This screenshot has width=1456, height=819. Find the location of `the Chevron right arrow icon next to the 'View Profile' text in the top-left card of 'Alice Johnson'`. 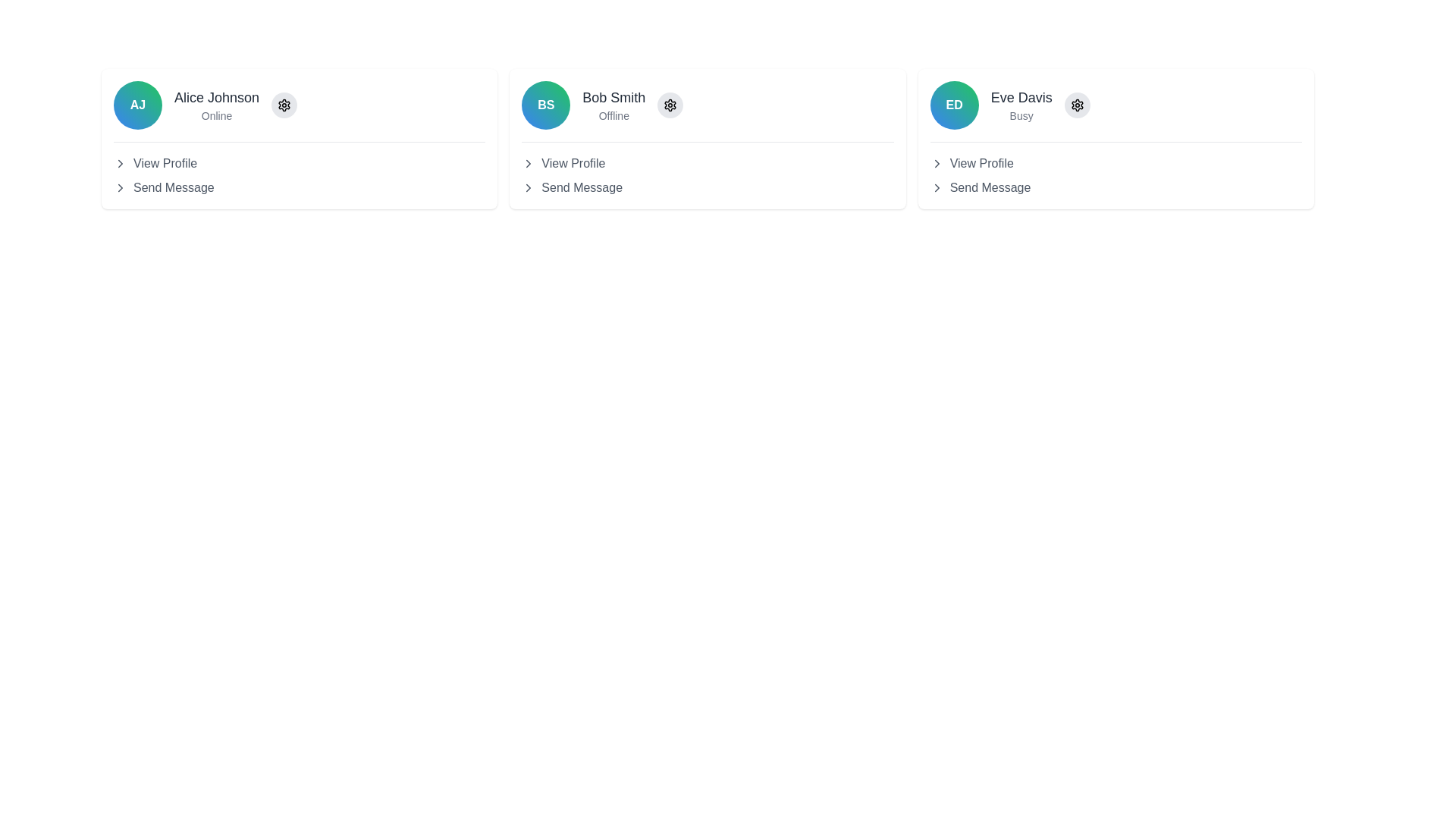

the Chevron right arrow icon next to the 'View Profile' text in the top-left card of 'Alice Johnson' is located at coordinates (119, 187).